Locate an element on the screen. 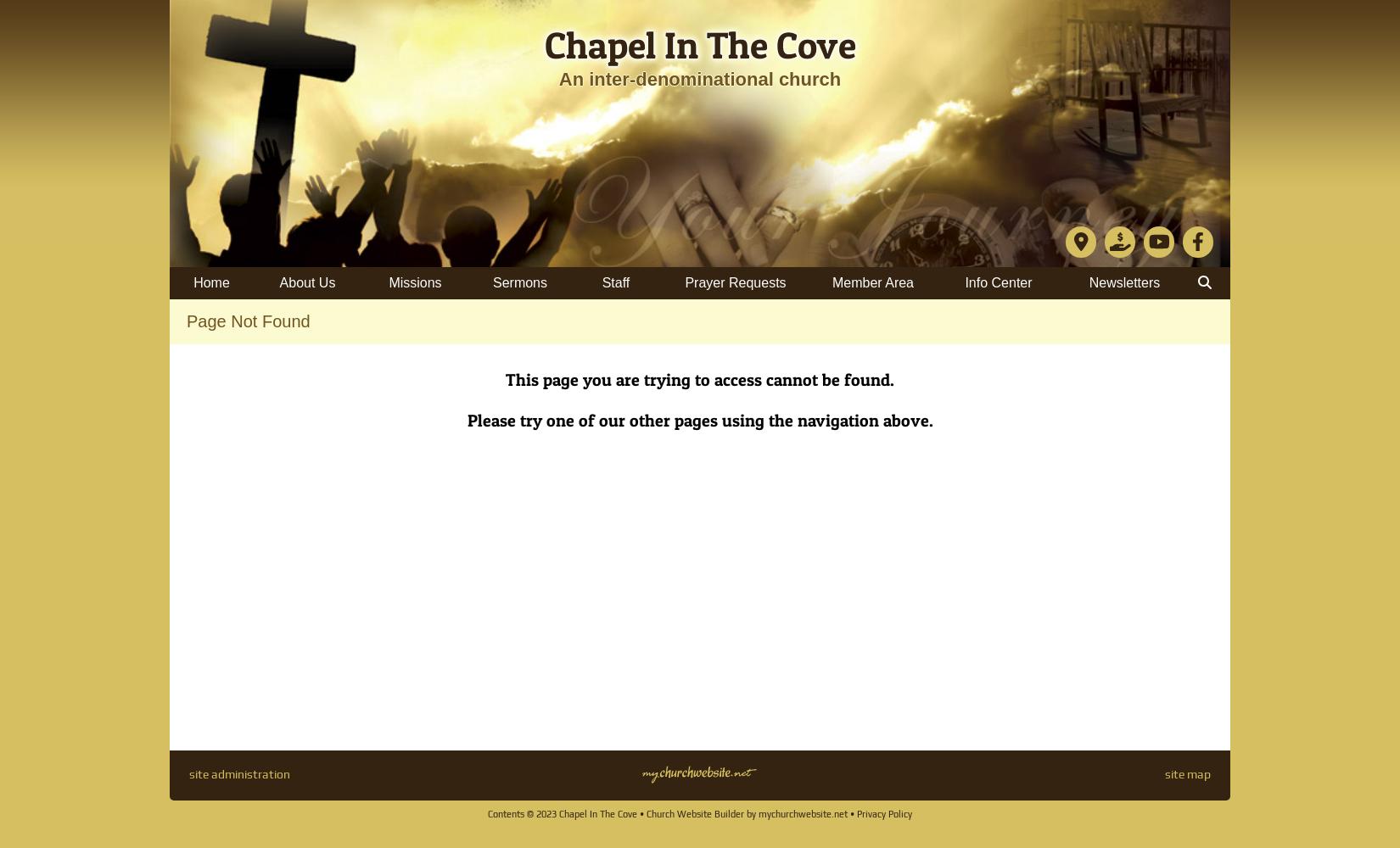  'Chapel In The Cove' is located at coordinates (543, 45).